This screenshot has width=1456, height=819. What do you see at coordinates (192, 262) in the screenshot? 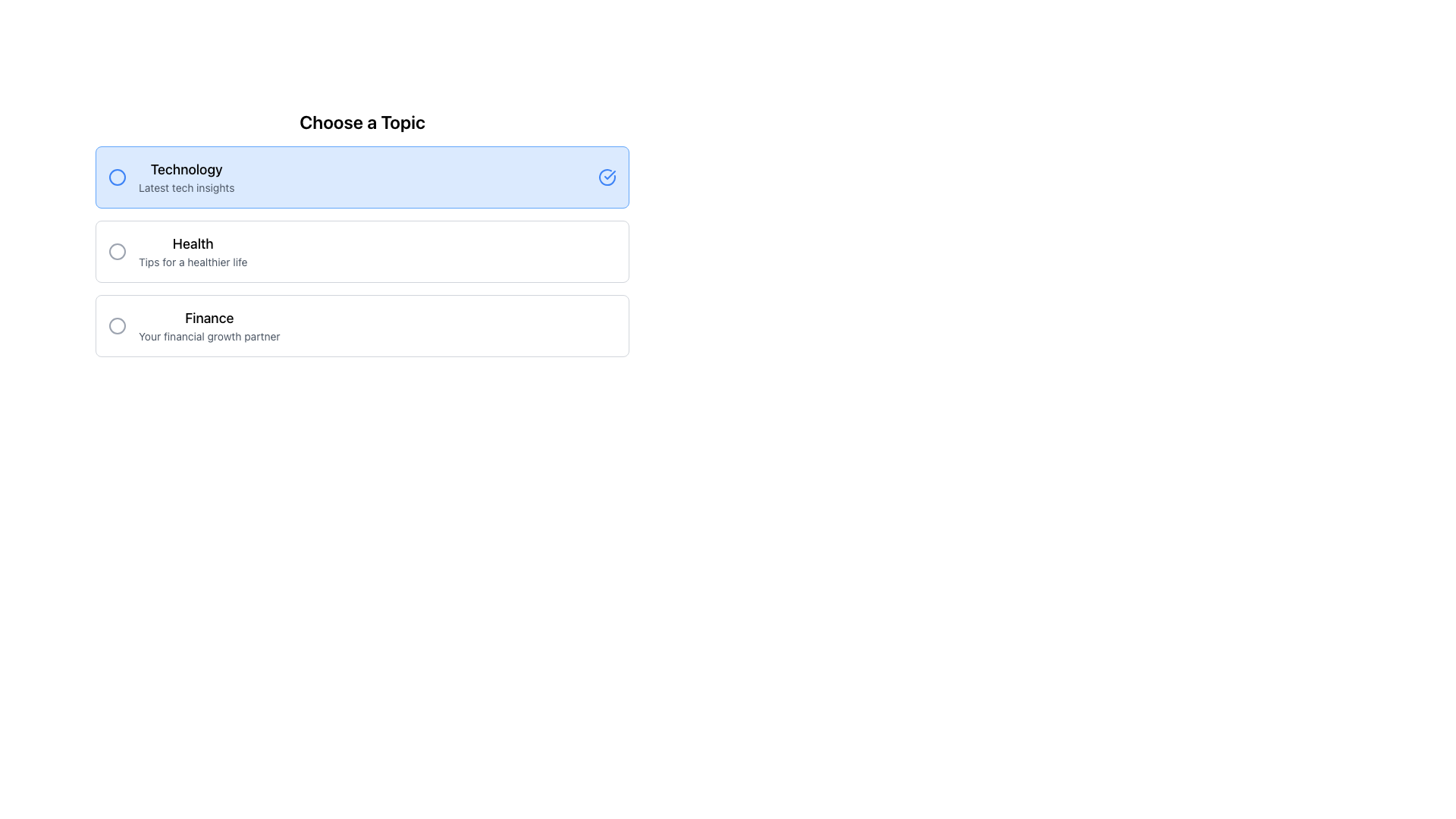
I see `additional context text positioned directly below the 'Health' heading in the 'Choose a Topic' section` at bounding box center [192, 262].